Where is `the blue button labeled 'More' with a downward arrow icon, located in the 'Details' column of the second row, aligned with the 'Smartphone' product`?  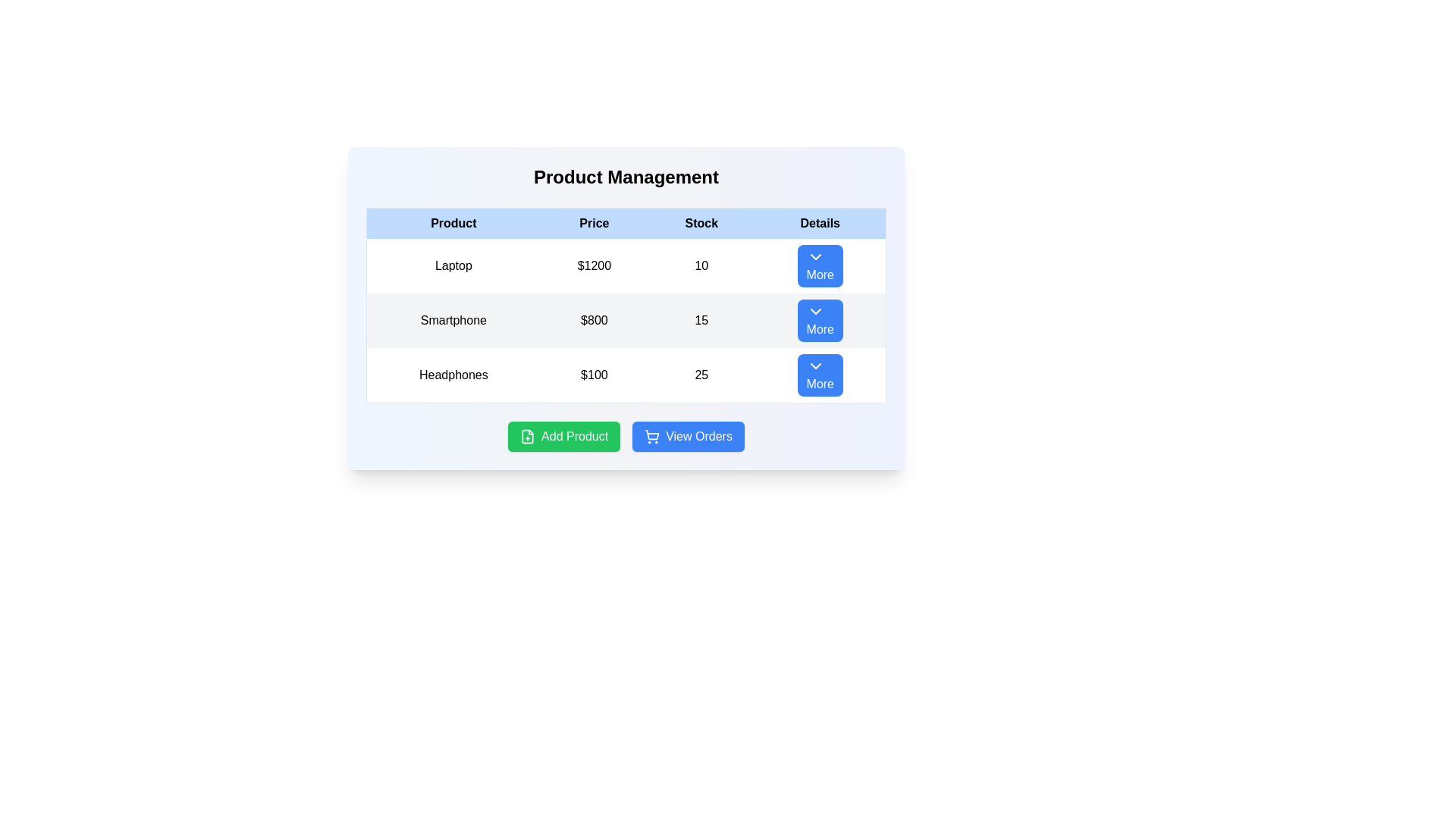
the blue button labeled 'More' with a downward arrow icon, located in the 'Details' column of the second row, aligned with the 'Smartphone' product is located at coordinates (819, 320).